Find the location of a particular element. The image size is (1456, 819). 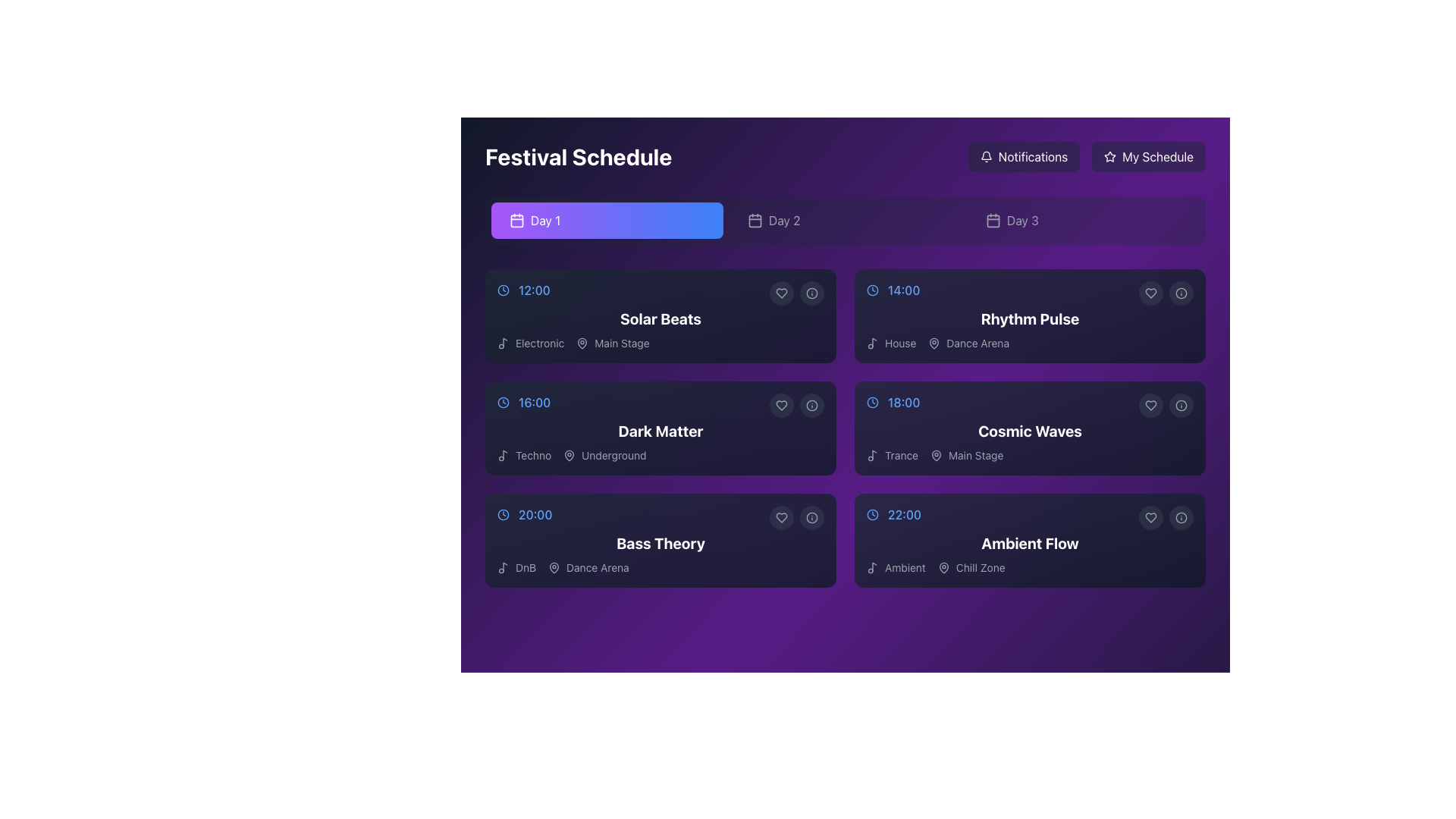

on the fourth event card in the festival schedule is located at coordinates (1030, 428).